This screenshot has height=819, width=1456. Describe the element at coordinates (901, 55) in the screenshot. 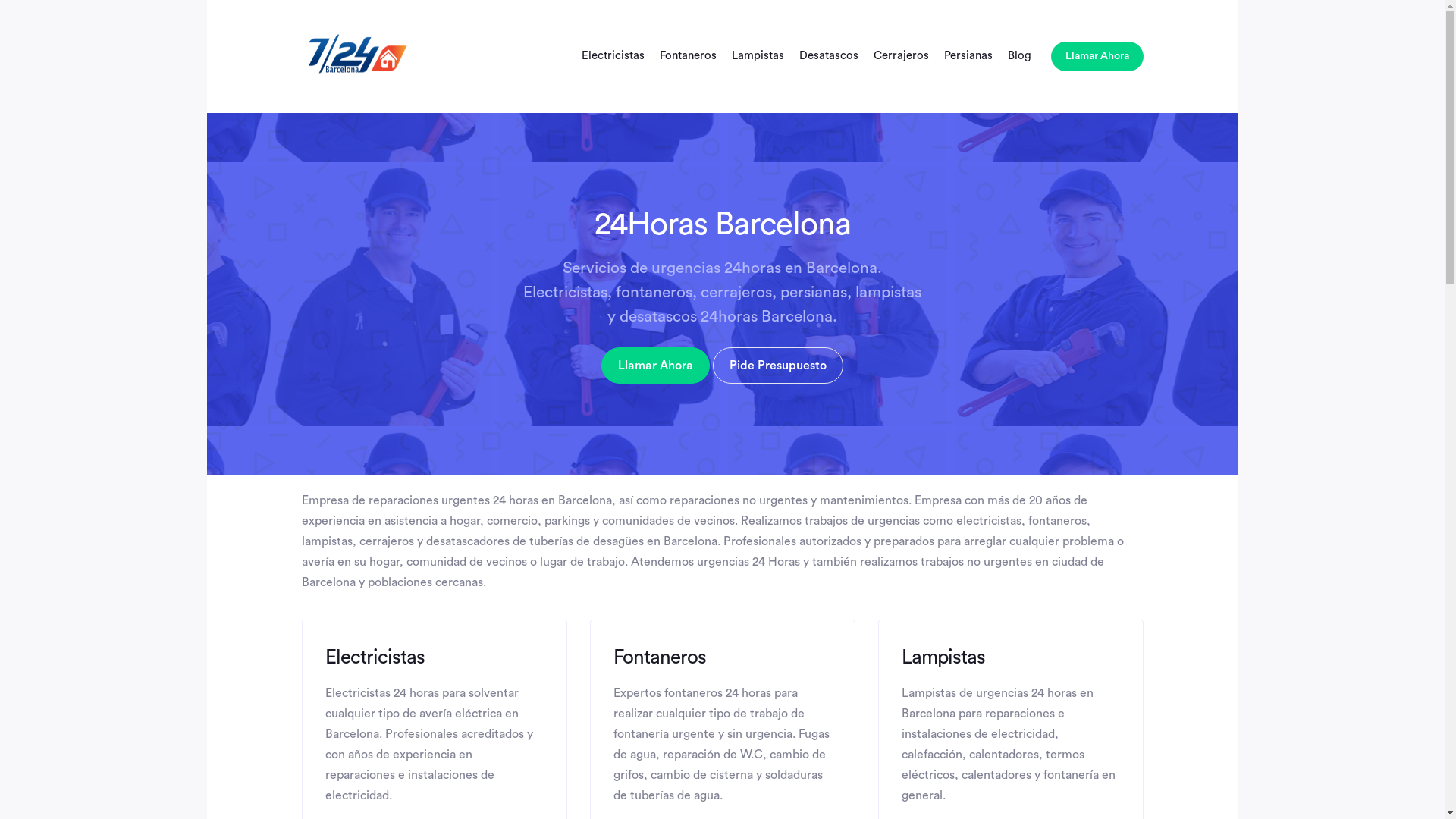

I see `'Cerrajeros'` at that location.